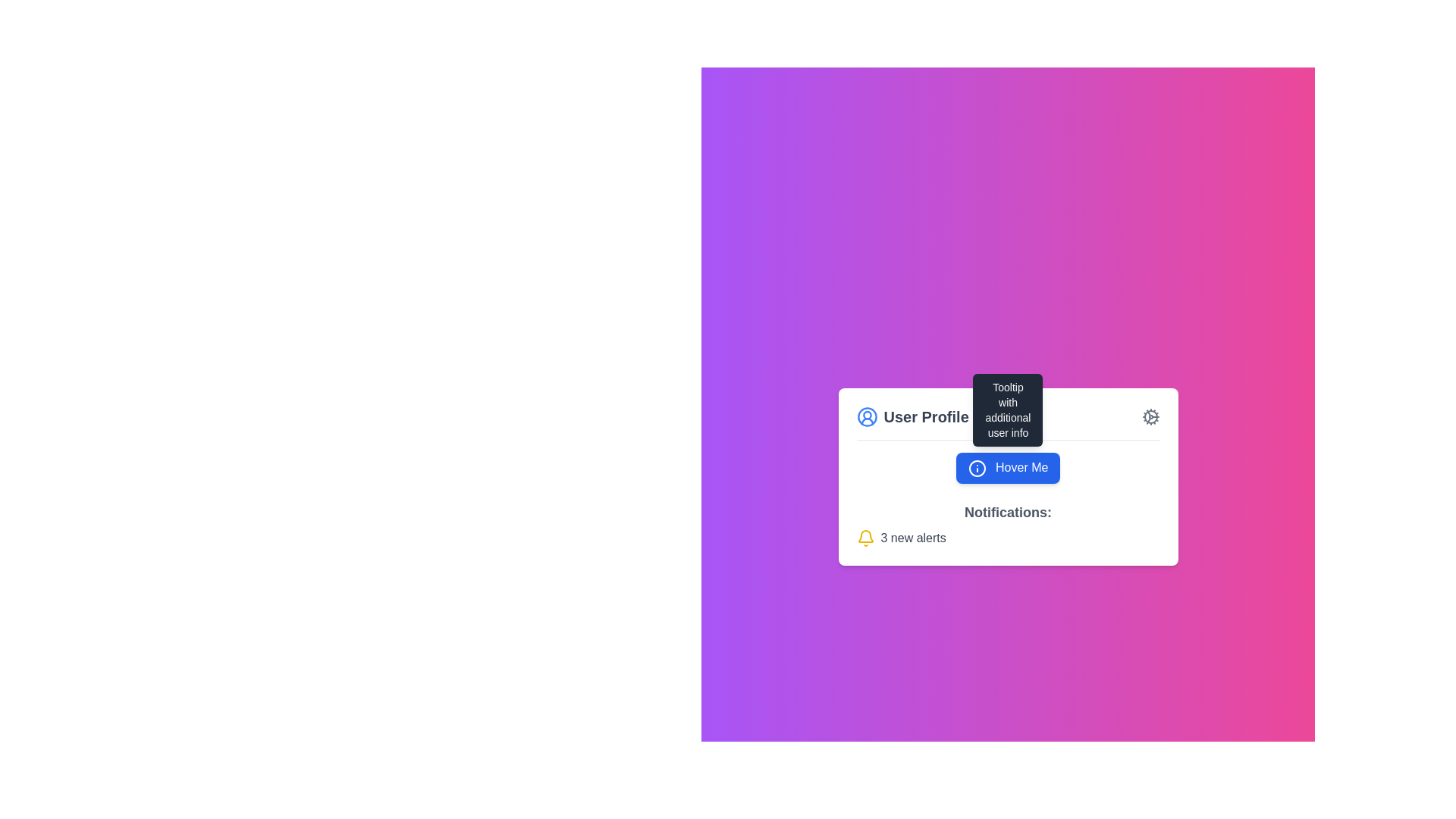 The image size is (1456, 819). What do you see at coordinates (1008, 467) in the screenshot?
I see `the button located below the 'User Profile' heading and above the 'Notifications' section, which displays a tooltip with additional user information` at bounding box center [1008, 467].